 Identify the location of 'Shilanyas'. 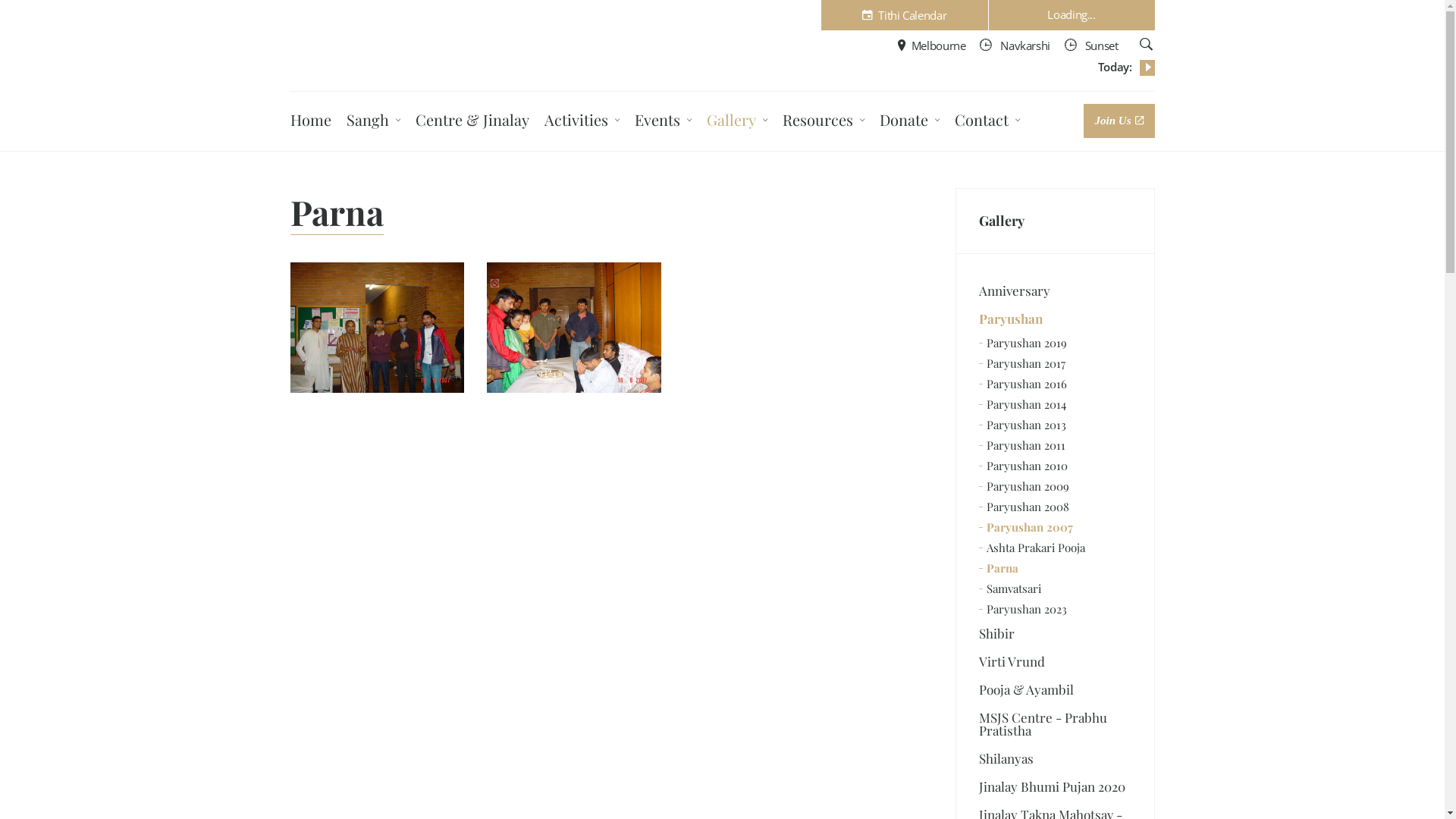
(1054, 758).